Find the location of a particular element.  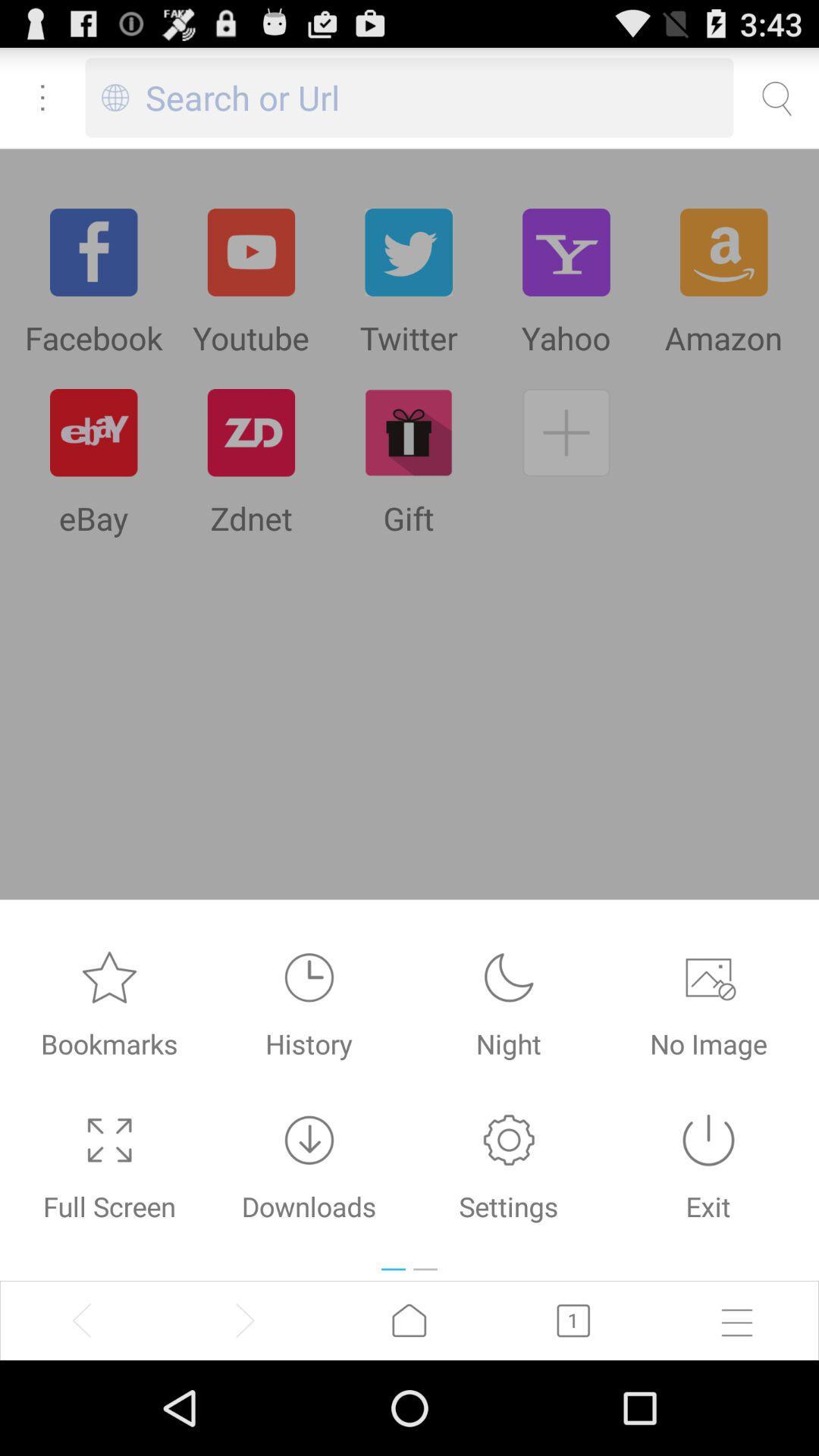

the book icon is located at coordinates (573, 1412).